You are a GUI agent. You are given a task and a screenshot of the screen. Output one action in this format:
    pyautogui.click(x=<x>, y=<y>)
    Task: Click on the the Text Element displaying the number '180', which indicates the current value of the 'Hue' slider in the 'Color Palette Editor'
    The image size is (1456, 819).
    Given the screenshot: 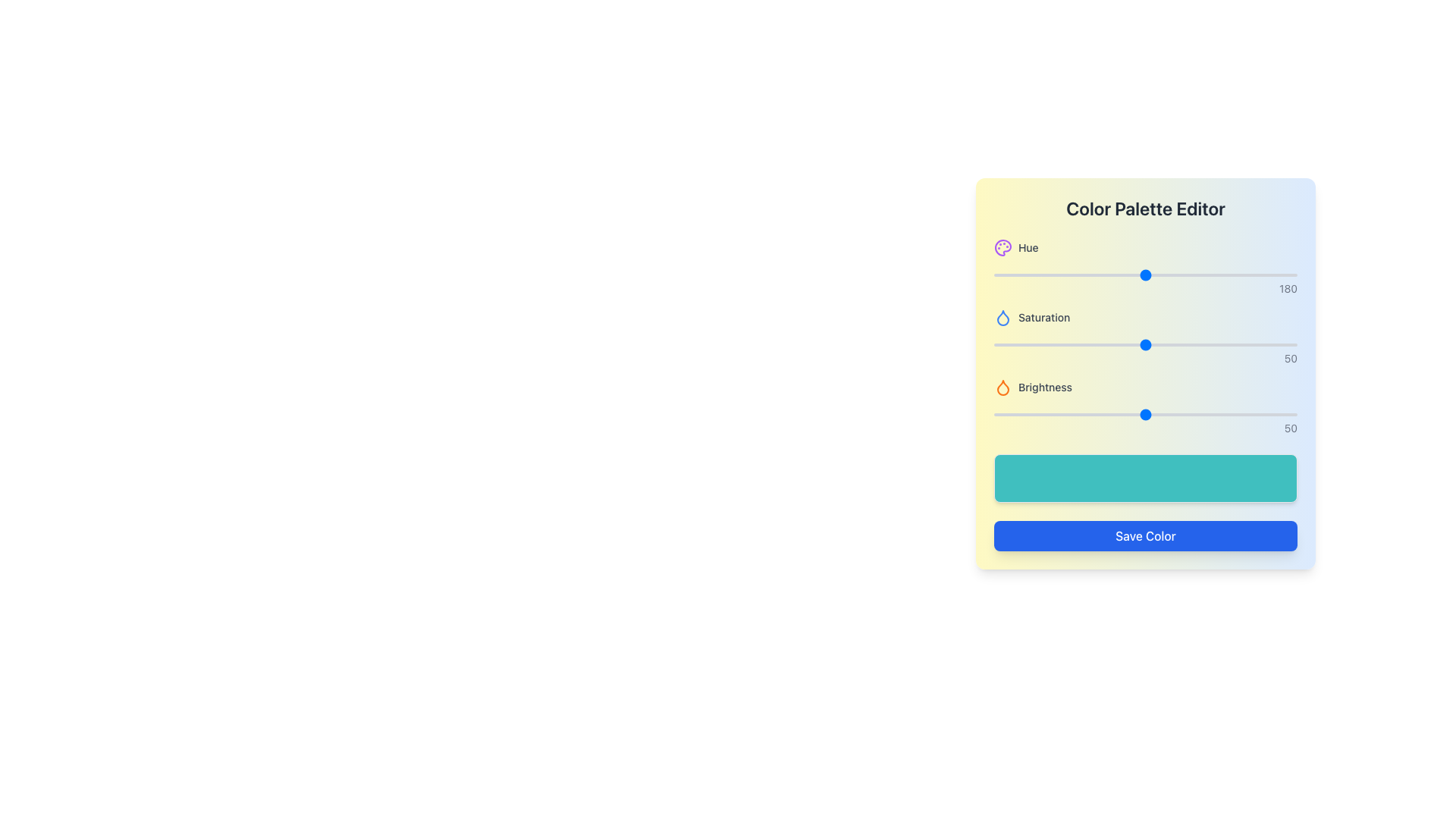 What is the action you would take?
    pyautogui.click(x=1146, y=289)
    